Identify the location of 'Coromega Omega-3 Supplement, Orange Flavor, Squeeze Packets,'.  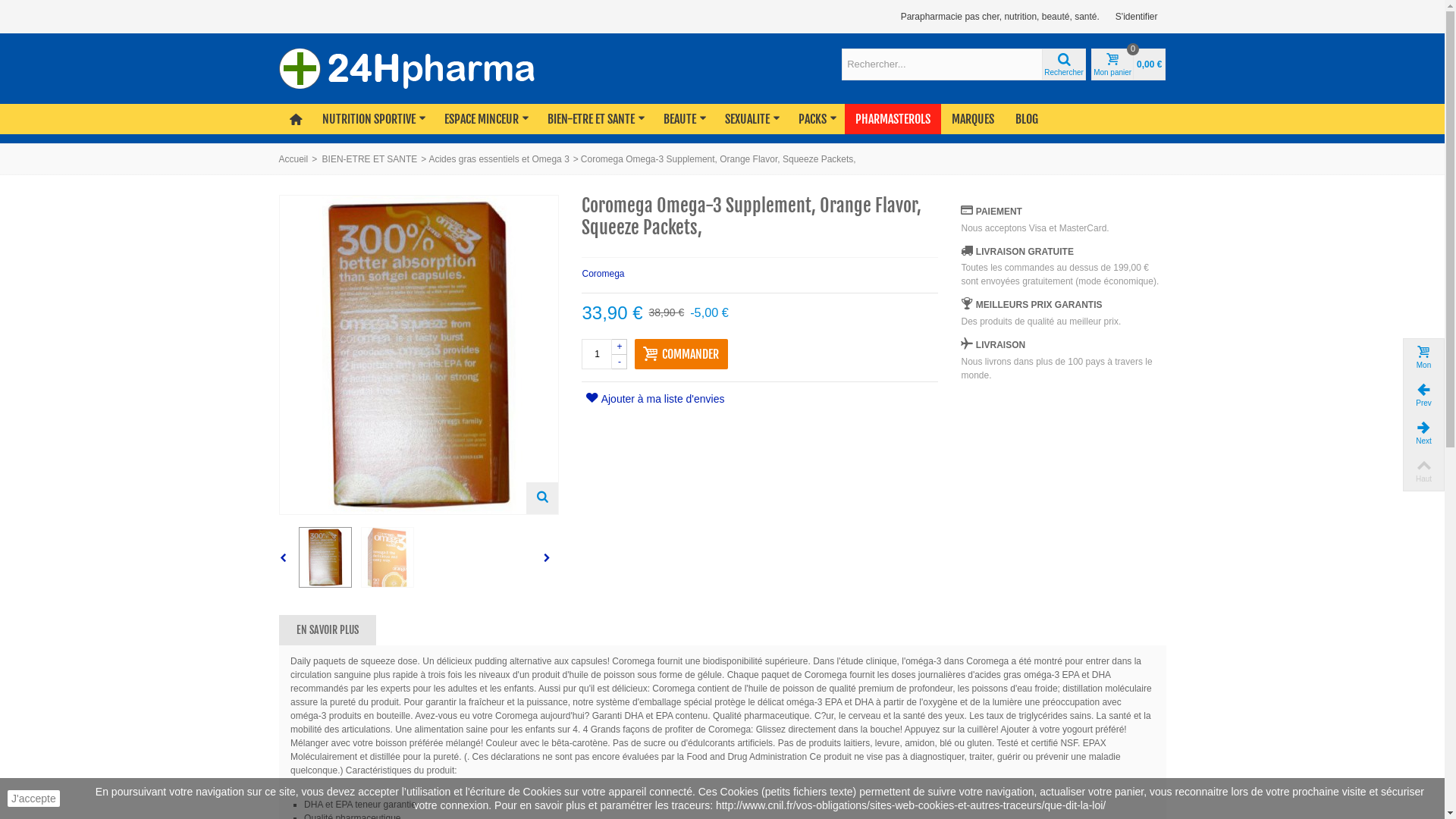
(324, 557).